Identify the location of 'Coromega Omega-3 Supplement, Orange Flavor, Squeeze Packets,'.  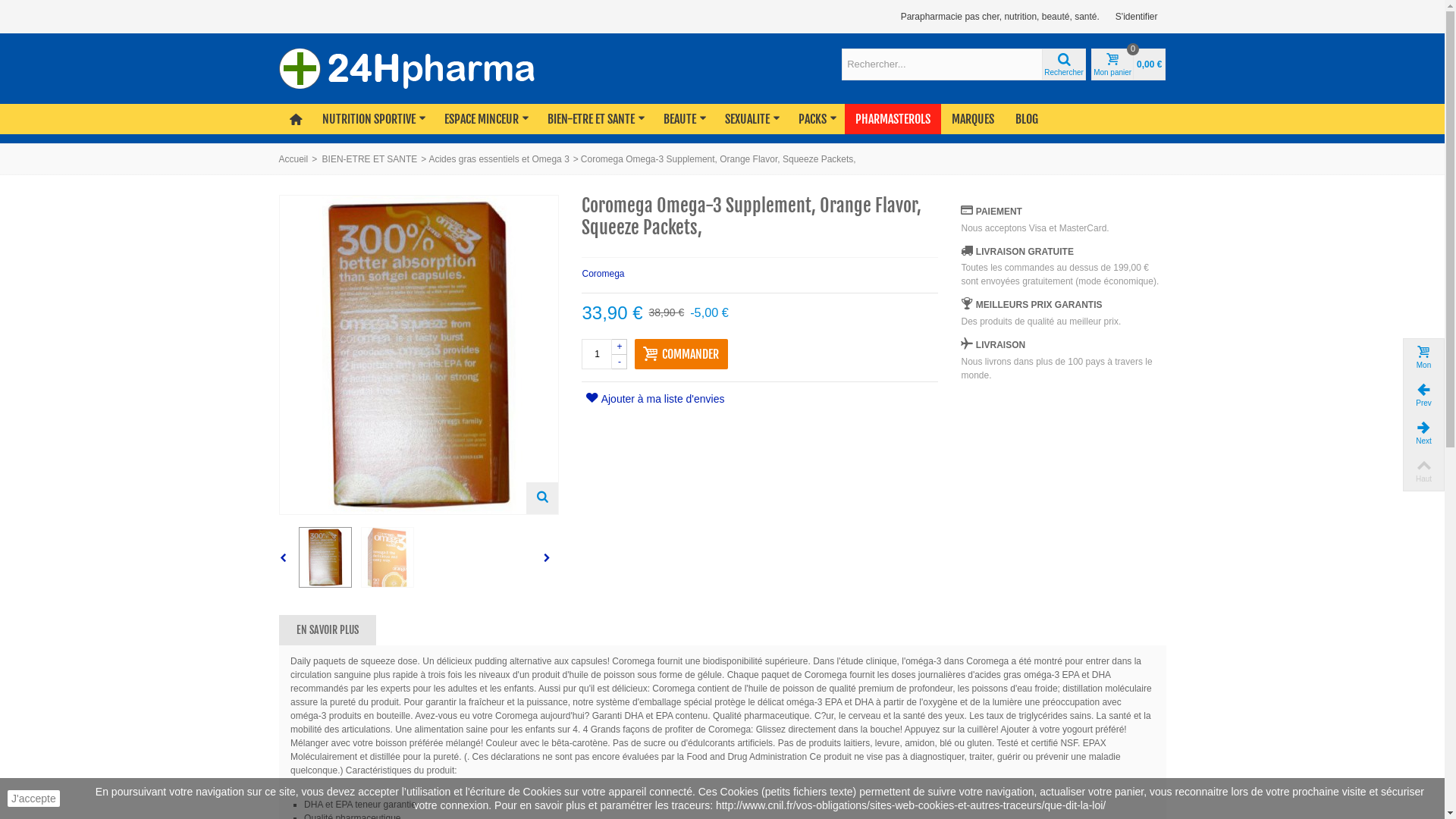
(324, 557).